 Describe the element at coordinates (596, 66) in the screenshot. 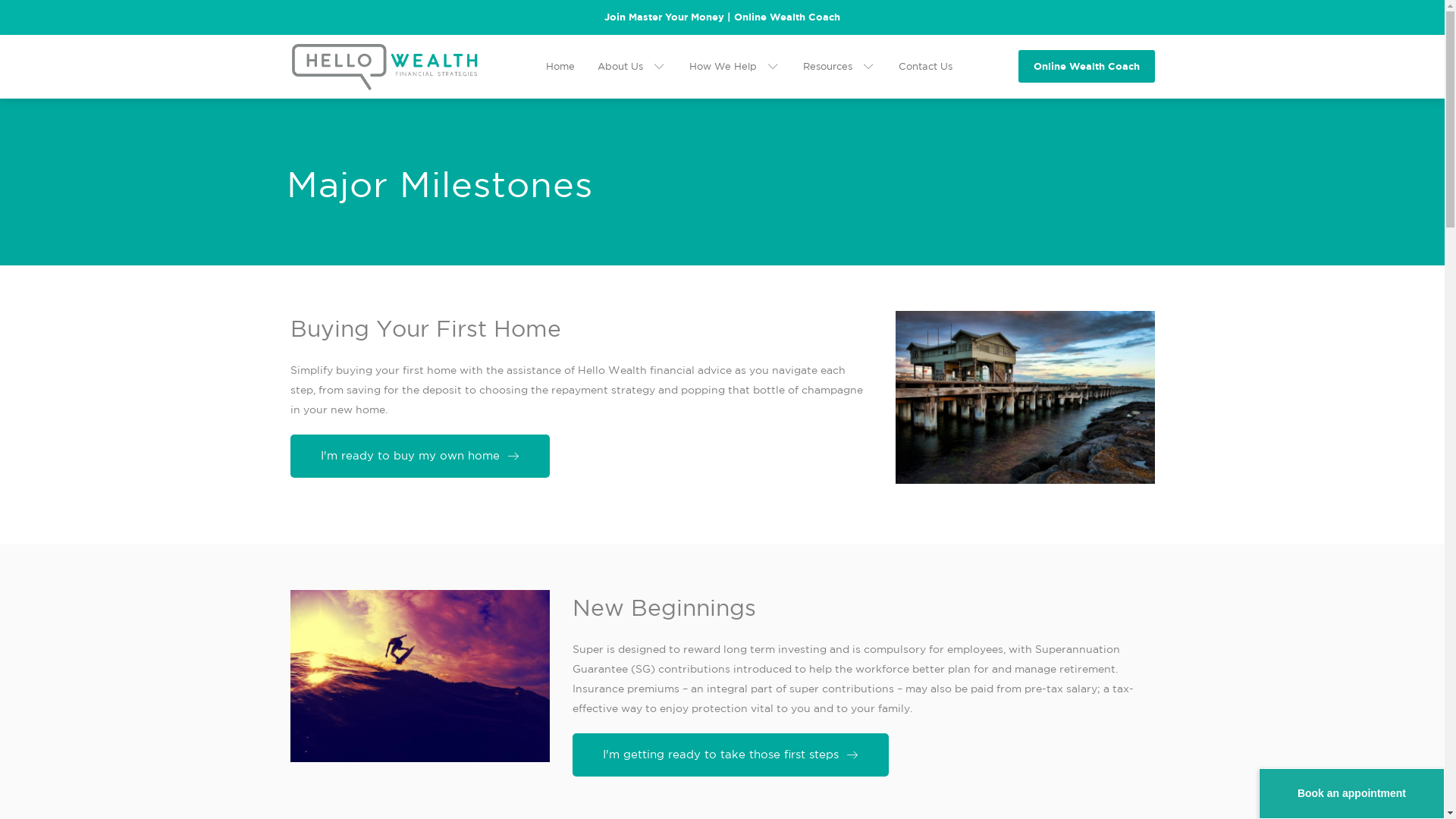

I see `'About Us'` at that location.